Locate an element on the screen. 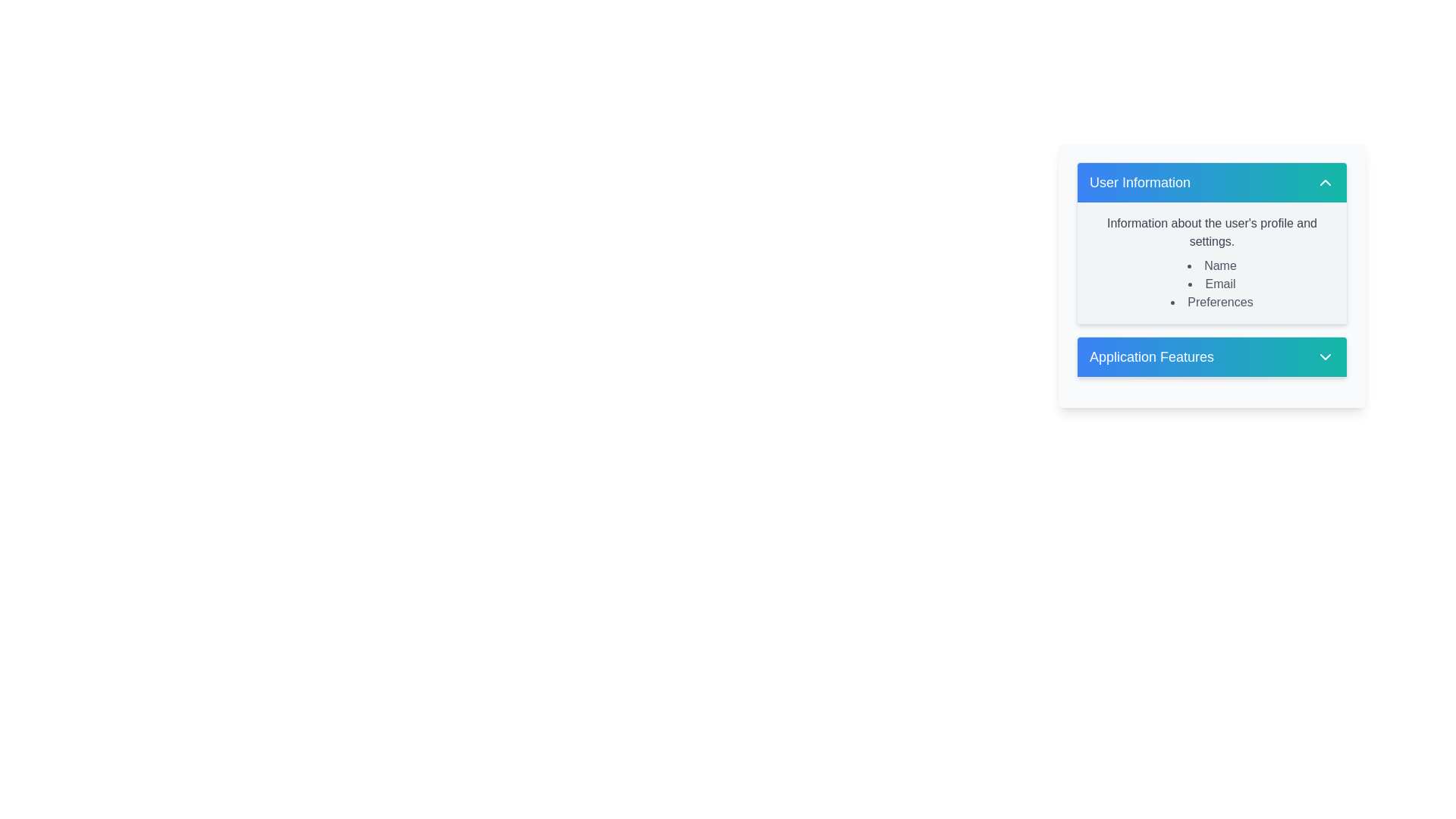 The width and height of the screenshot is (1456, 819). the 'Preferences' text label located at the bottom of the 'User Information' section, which indicates options for adjusting user settings is located at coordinates (1211, 302).